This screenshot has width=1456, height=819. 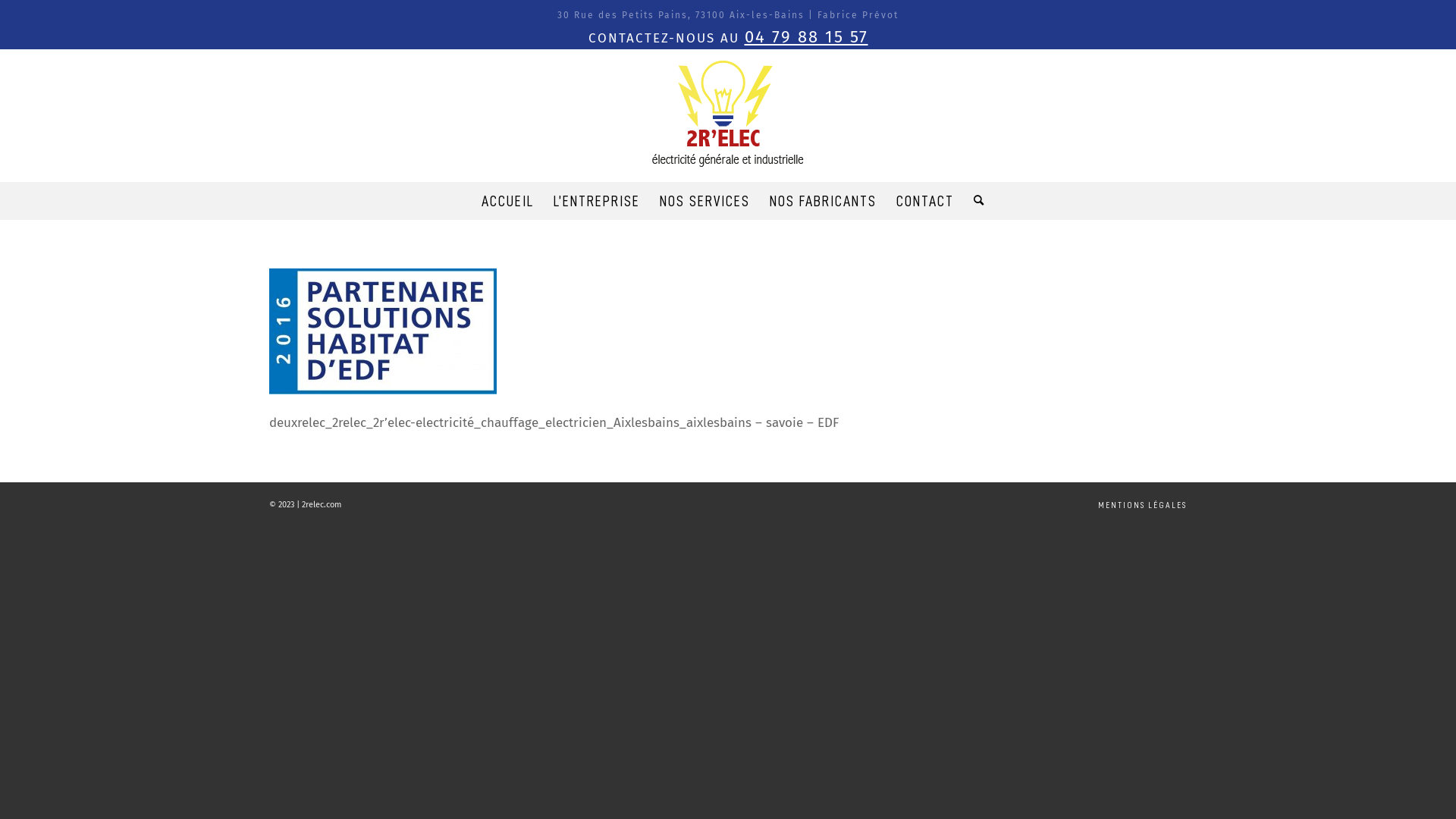 What do you see at coordinates (471, 200) in the screenshot?
I see `'ACCUEIL'` at bounding box center [471, 200].